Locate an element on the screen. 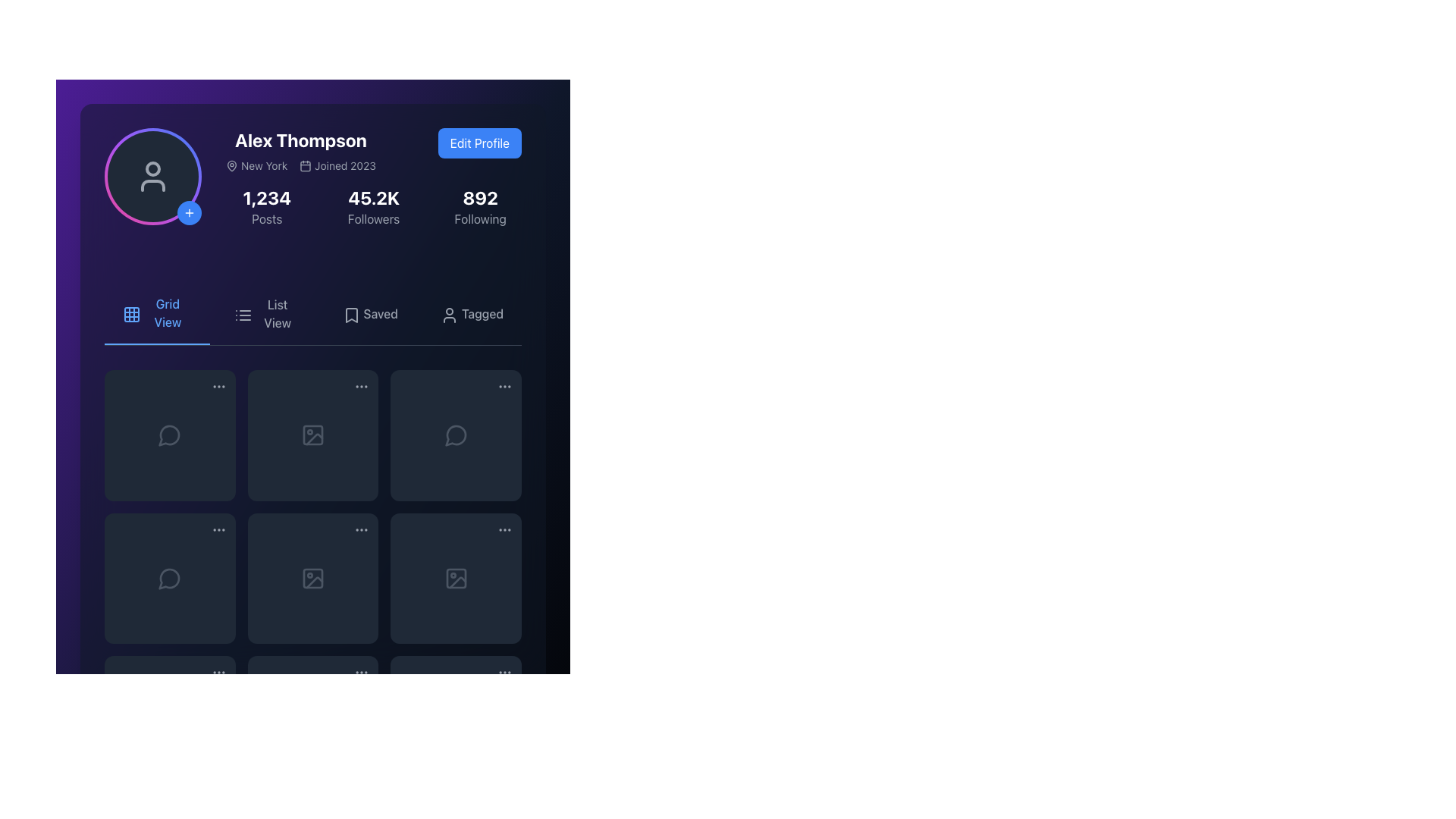 The image size is (1456, 819). the button located is located at coordinates (218, 529).